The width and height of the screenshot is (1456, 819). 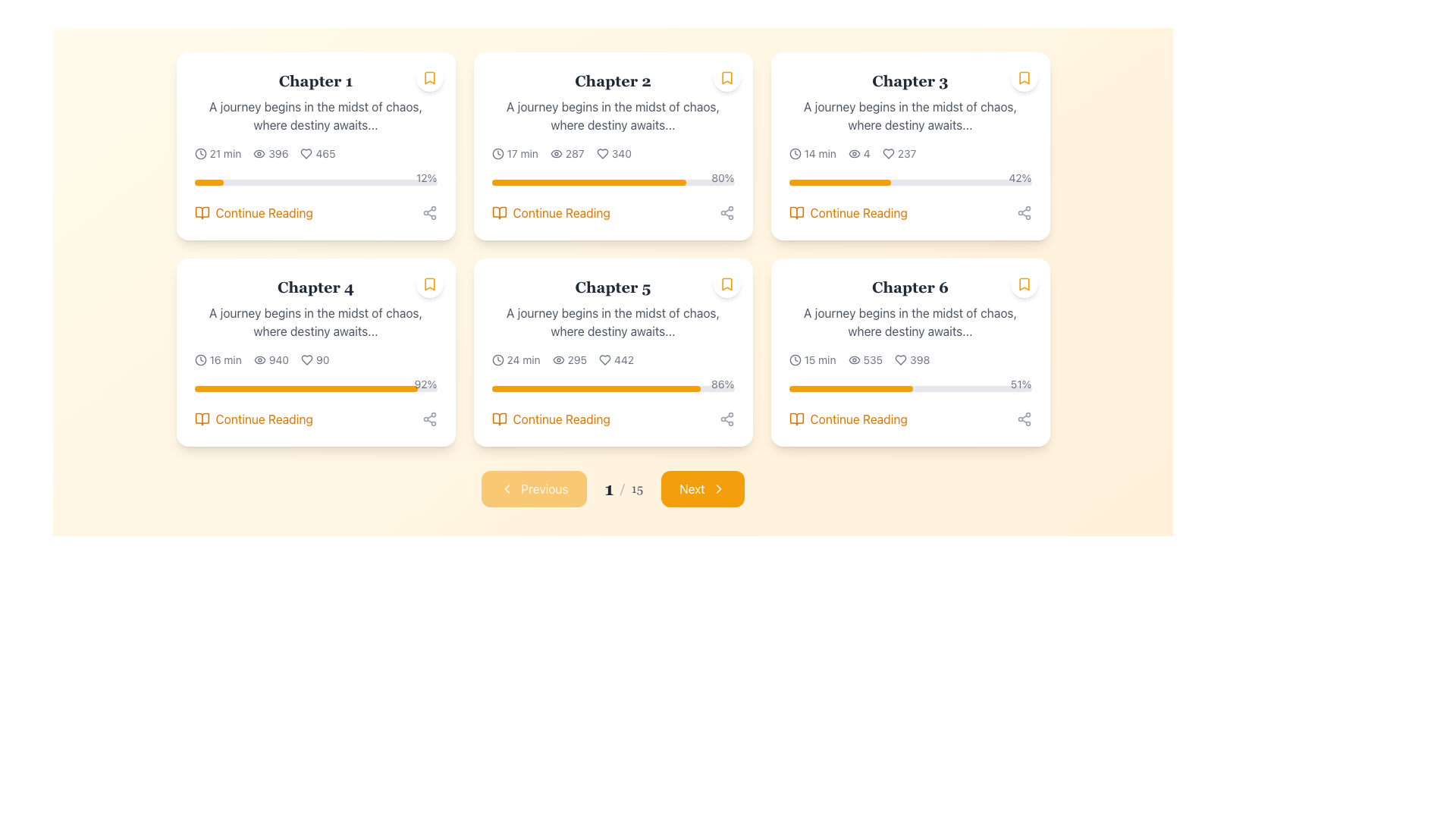 I want to click on the static text label displaying the number '4', which is positioned to the right of the eye icon and above the heart icon in chapter 3's grid layout, so click(x=867, y=154).